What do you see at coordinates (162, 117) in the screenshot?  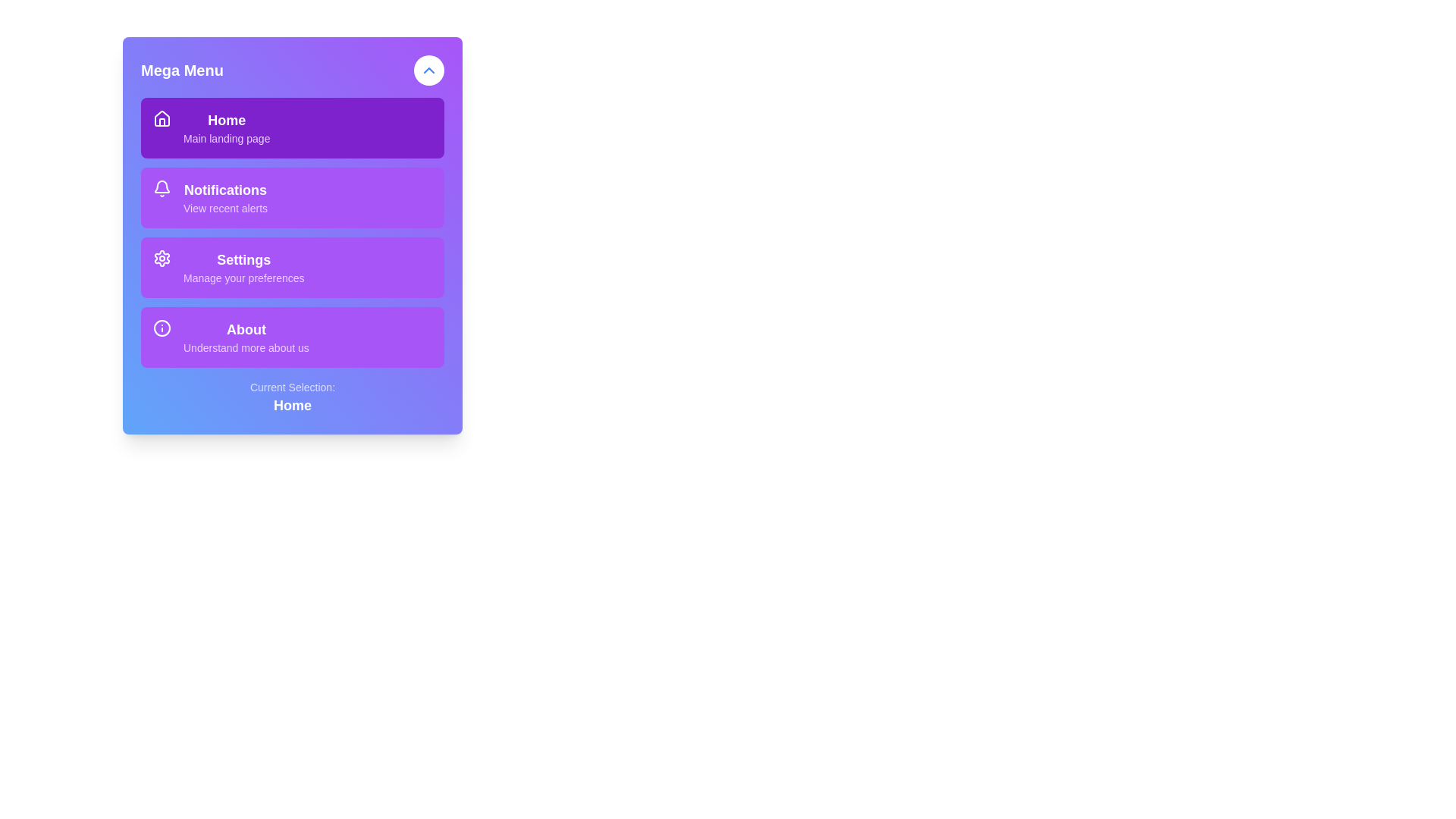 I see `the house icon representing the 'Home' menu option, which is part of a button style in the left segment of the menu interface` at bounding box center [162, 117].